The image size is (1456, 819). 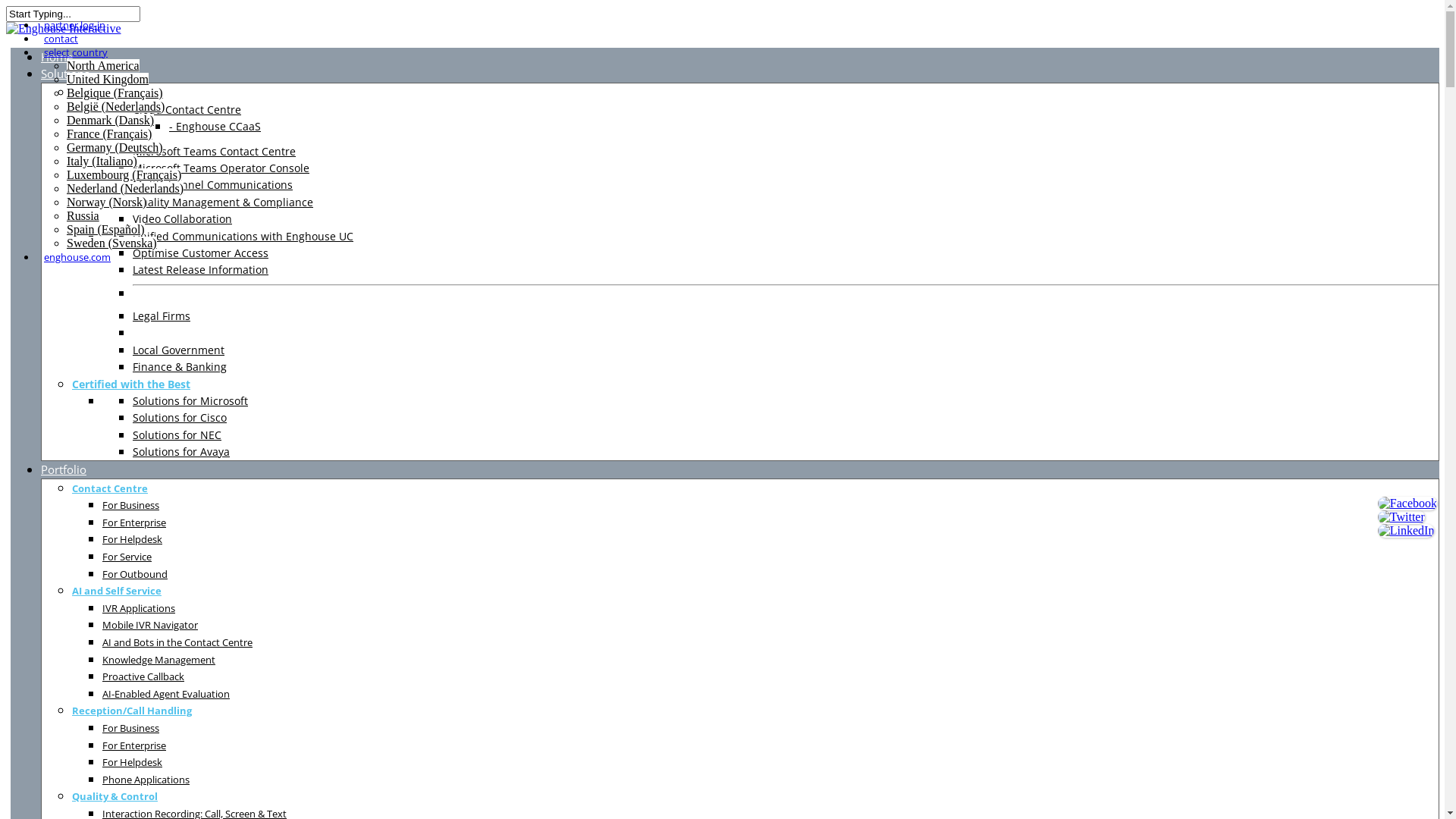 I want to click on 'Quality & Control', so click(x=114, y=795).